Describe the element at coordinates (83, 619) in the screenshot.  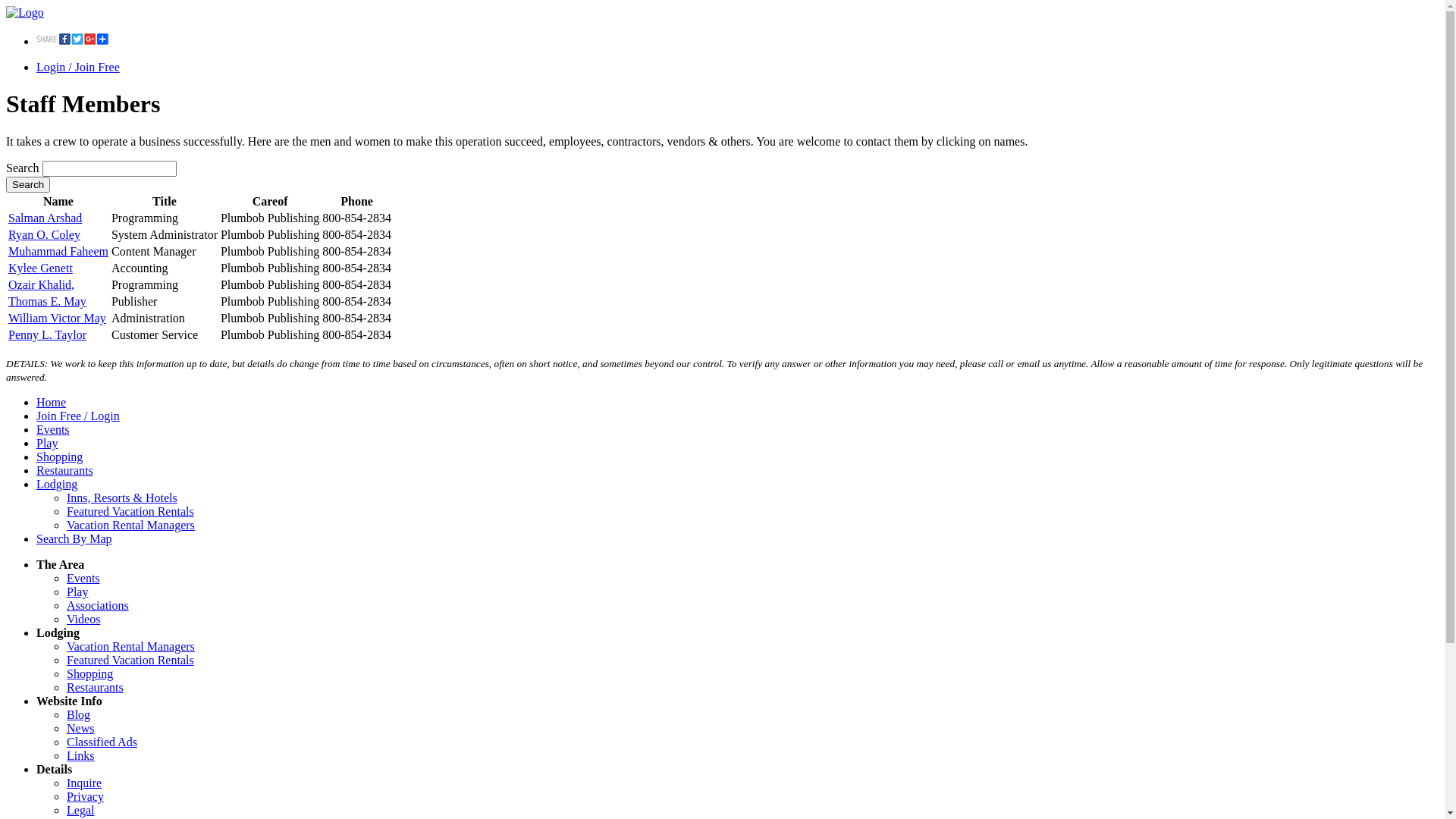
I see `'Videos'` at that location.